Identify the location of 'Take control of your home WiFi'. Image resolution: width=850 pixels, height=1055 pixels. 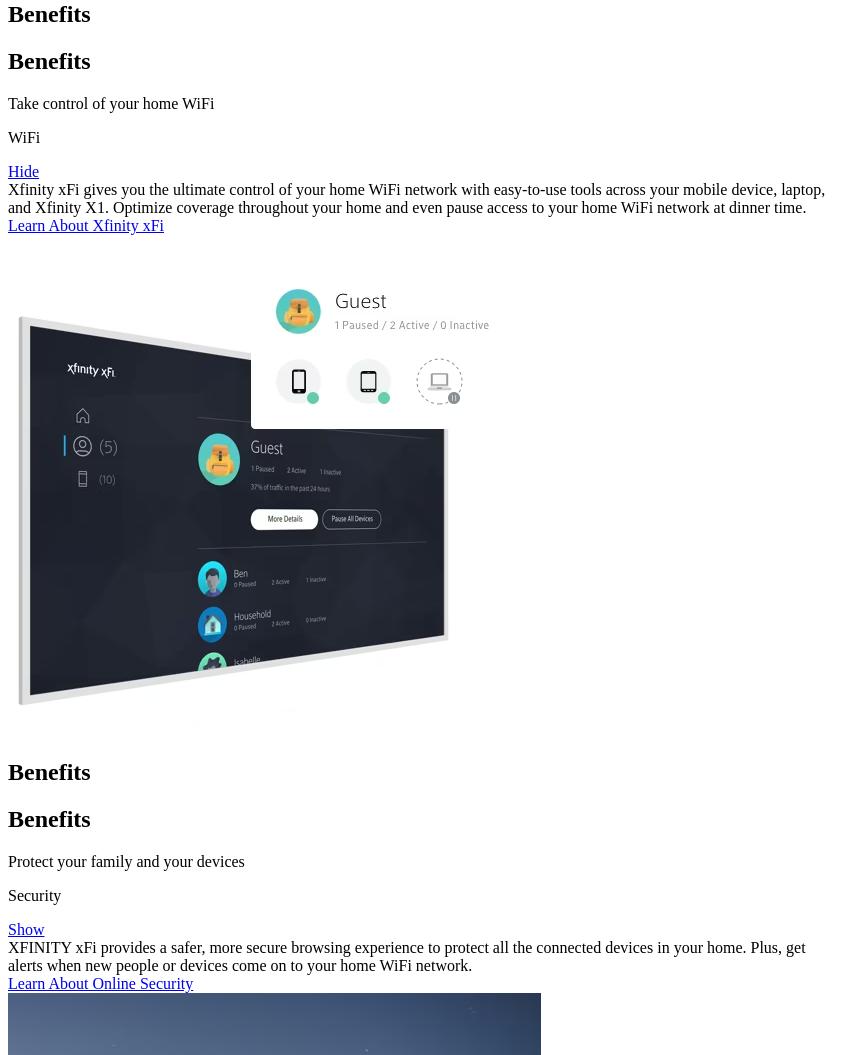
(110, 102).